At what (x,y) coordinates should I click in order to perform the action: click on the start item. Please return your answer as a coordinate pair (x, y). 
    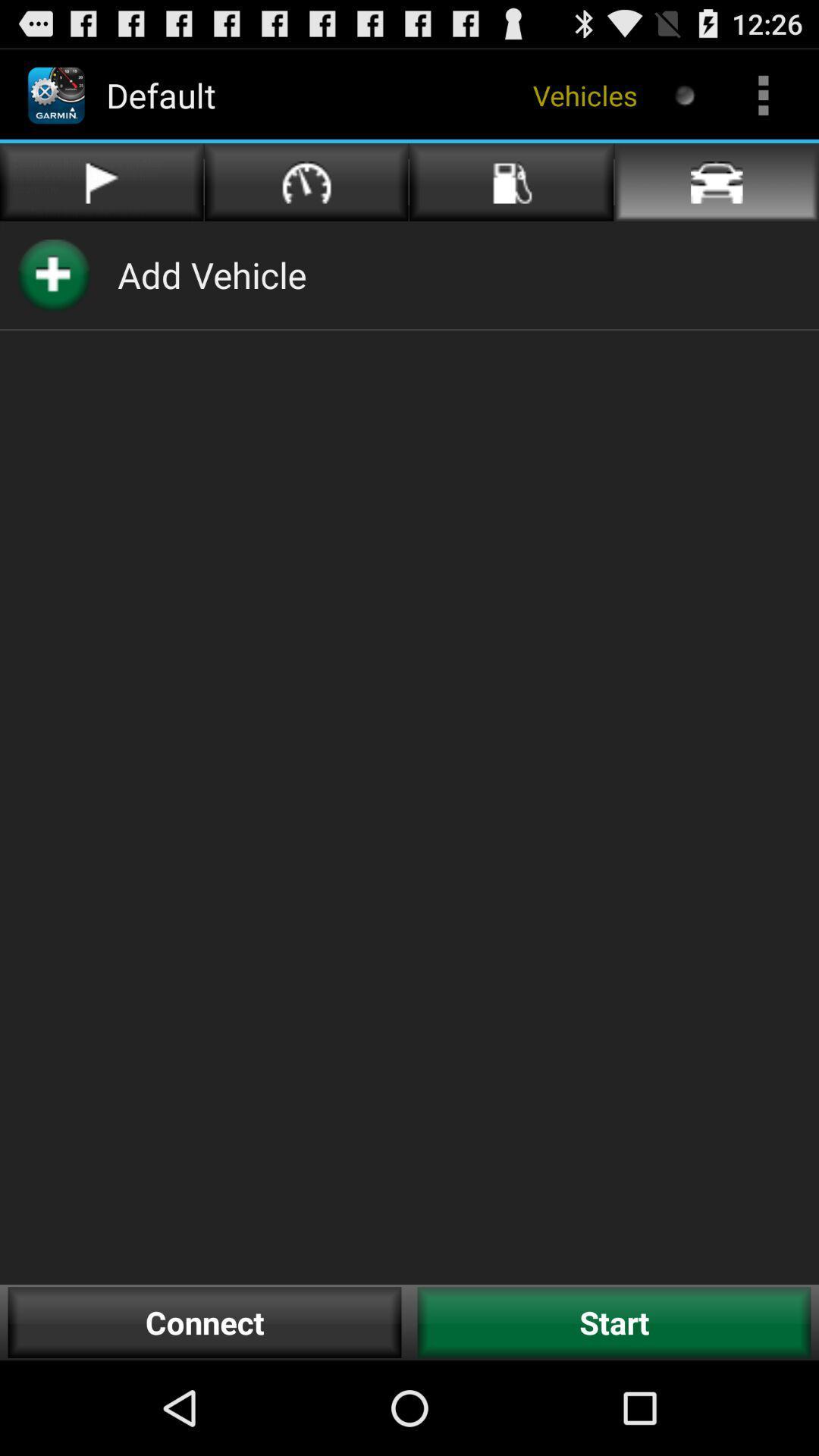
    Looking at the image, I should click on (614, 1322).